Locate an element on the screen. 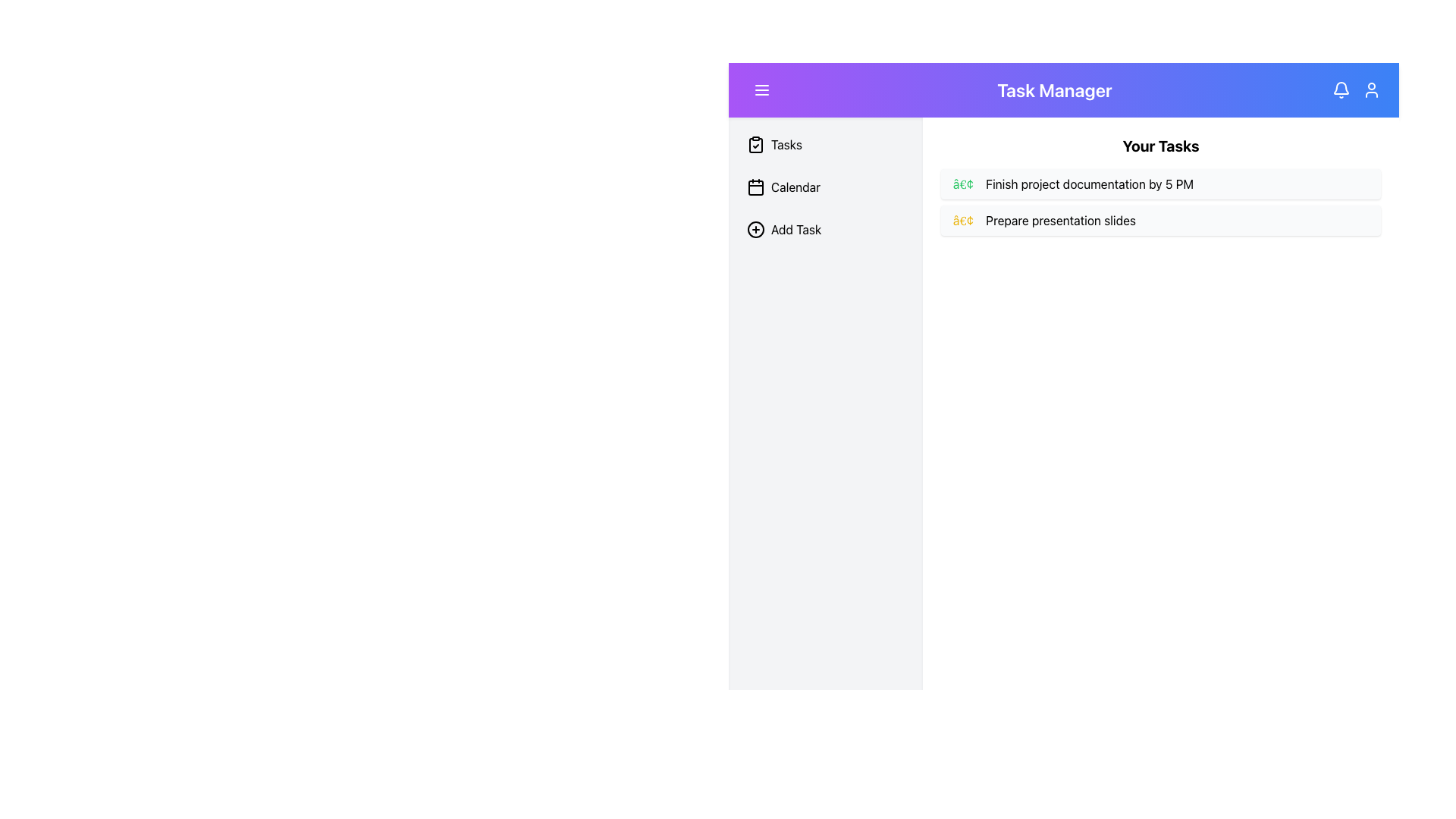 The image size is (1456, 819). the first list item displaying the task 'Finish project documentation by 5 PM' under the 'Your Tasks' heading is located at coordinates (1160, 185).